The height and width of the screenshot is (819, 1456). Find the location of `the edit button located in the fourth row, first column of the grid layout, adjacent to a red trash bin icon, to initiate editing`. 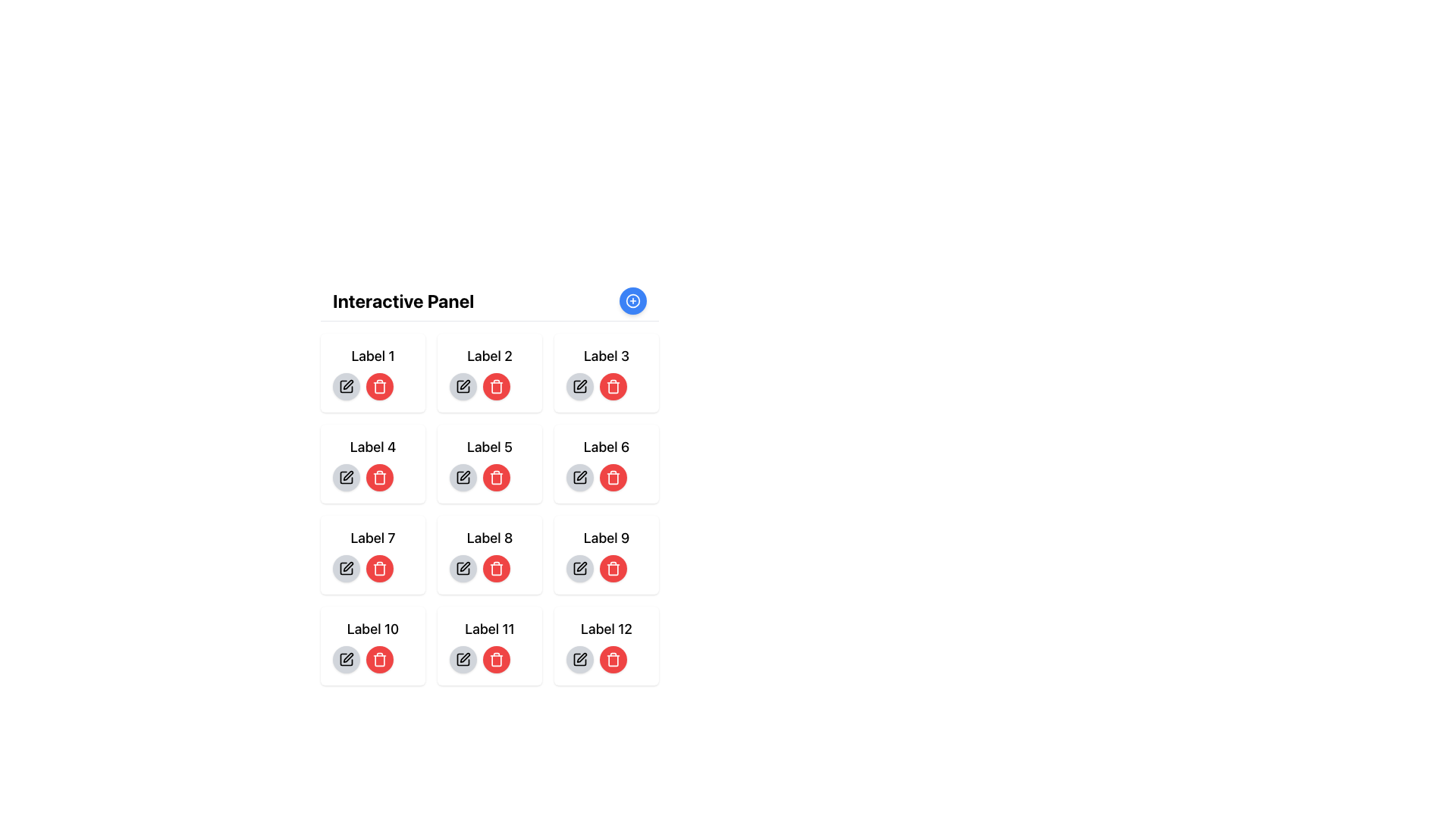

the edit button located in the fourth row, first column of the grid layout, adjacent to a red trash bin icon, to initiate editing is located at coordinates (345, 476).